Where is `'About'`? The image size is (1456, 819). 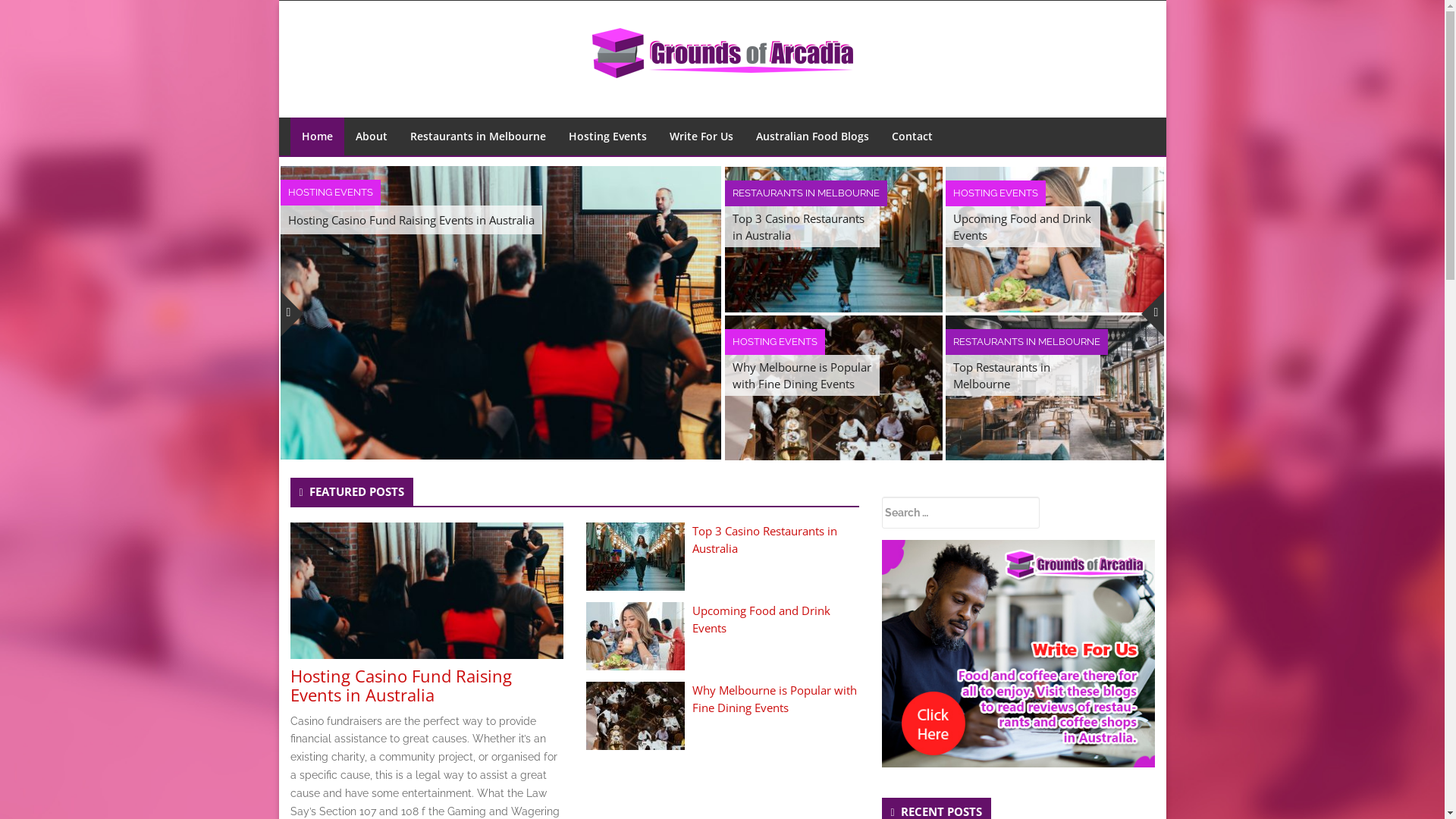 'About' is located at coordinates (371, 136).